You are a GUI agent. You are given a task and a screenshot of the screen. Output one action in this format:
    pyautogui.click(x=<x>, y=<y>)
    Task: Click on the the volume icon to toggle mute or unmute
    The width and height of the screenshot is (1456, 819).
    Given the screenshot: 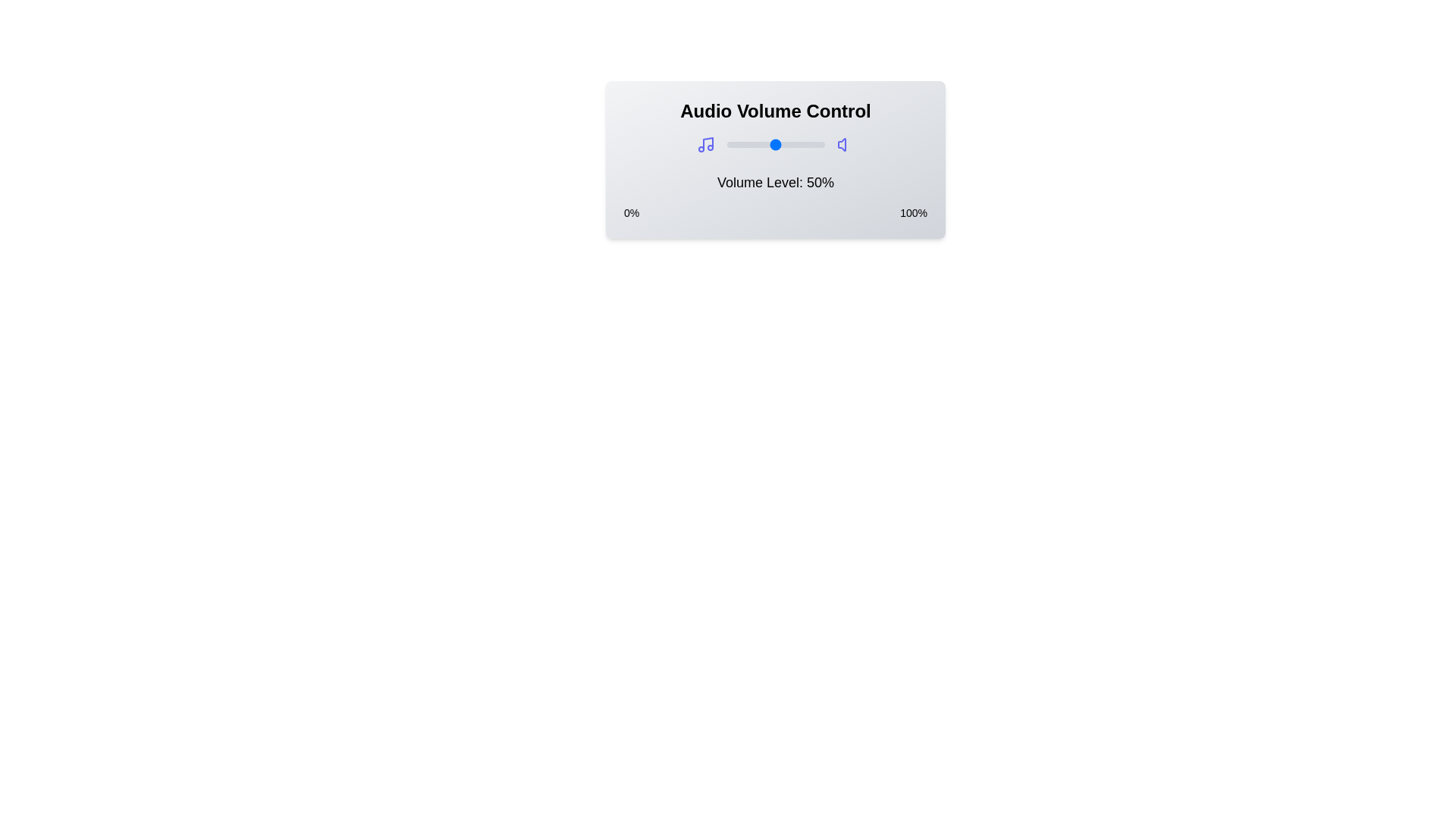 What is the action you would take?
    pyautogui.click(x=845, y=145)
    